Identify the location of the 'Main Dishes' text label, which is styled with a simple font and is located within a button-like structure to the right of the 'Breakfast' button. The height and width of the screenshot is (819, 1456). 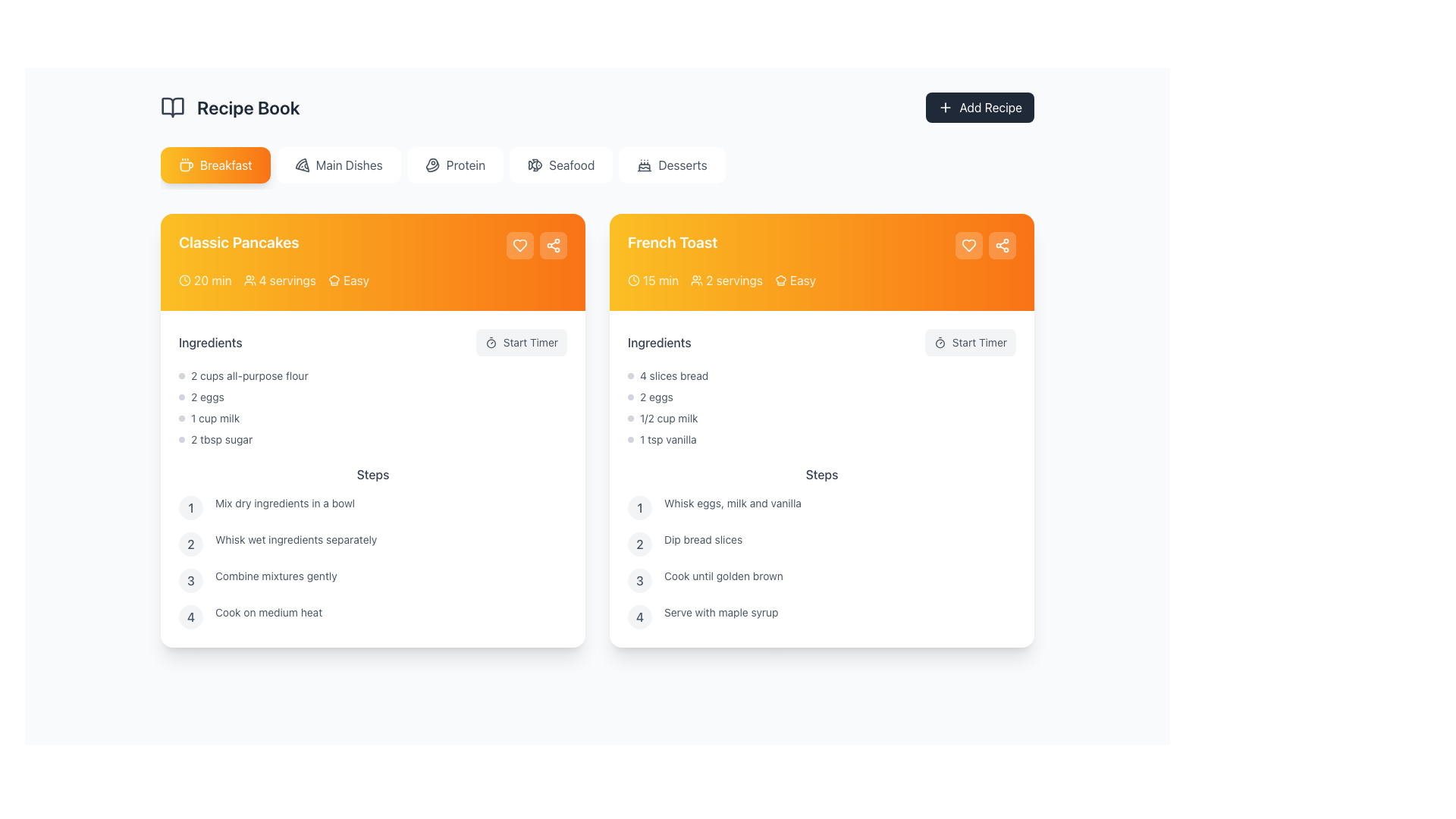
(348, 165).